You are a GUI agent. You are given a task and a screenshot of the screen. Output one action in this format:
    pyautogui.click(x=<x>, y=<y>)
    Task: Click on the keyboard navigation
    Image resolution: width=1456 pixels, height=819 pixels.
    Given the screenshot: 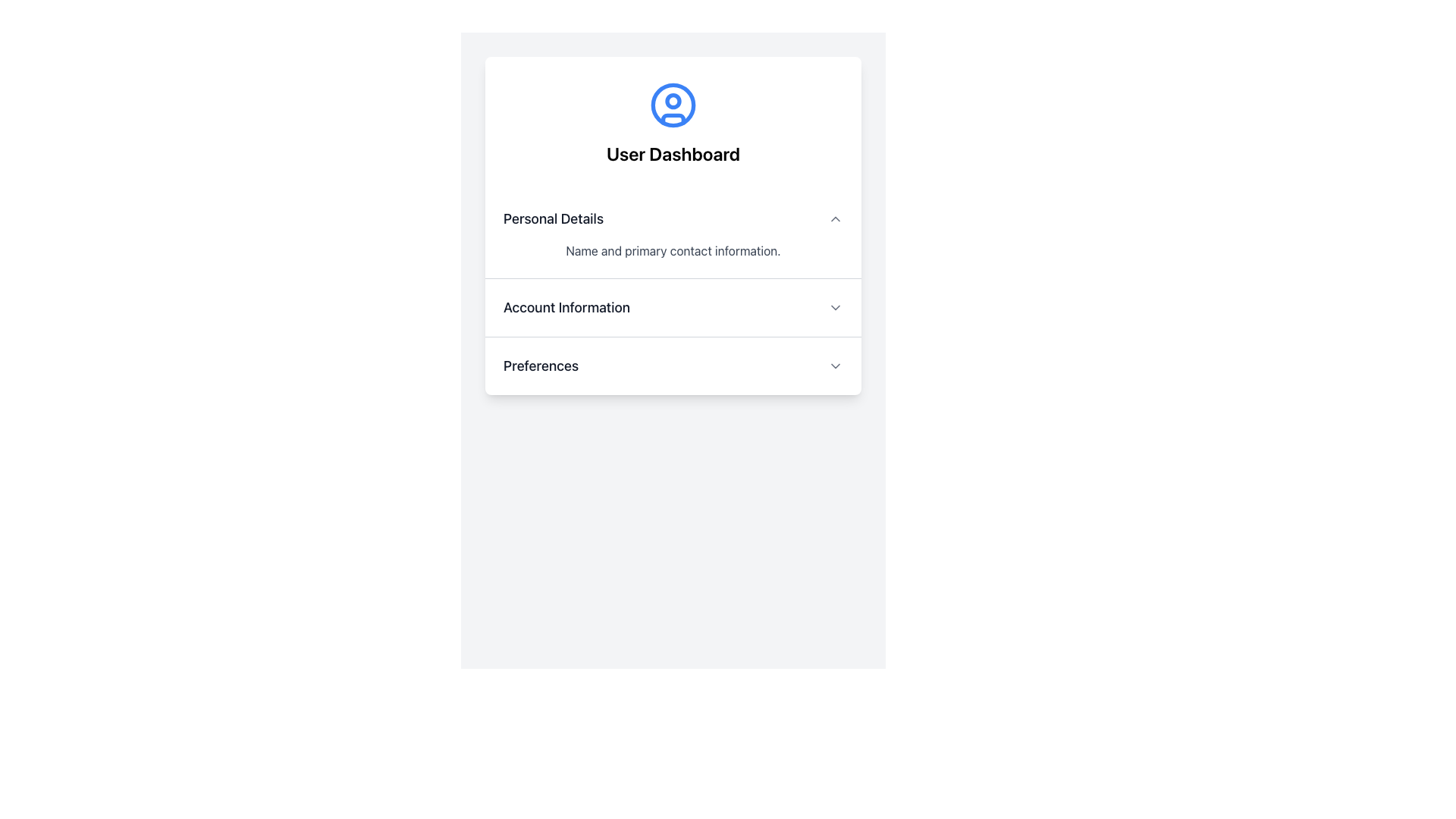 What is the action you would take?
    pyautogui.click(x=835, y=307)
    